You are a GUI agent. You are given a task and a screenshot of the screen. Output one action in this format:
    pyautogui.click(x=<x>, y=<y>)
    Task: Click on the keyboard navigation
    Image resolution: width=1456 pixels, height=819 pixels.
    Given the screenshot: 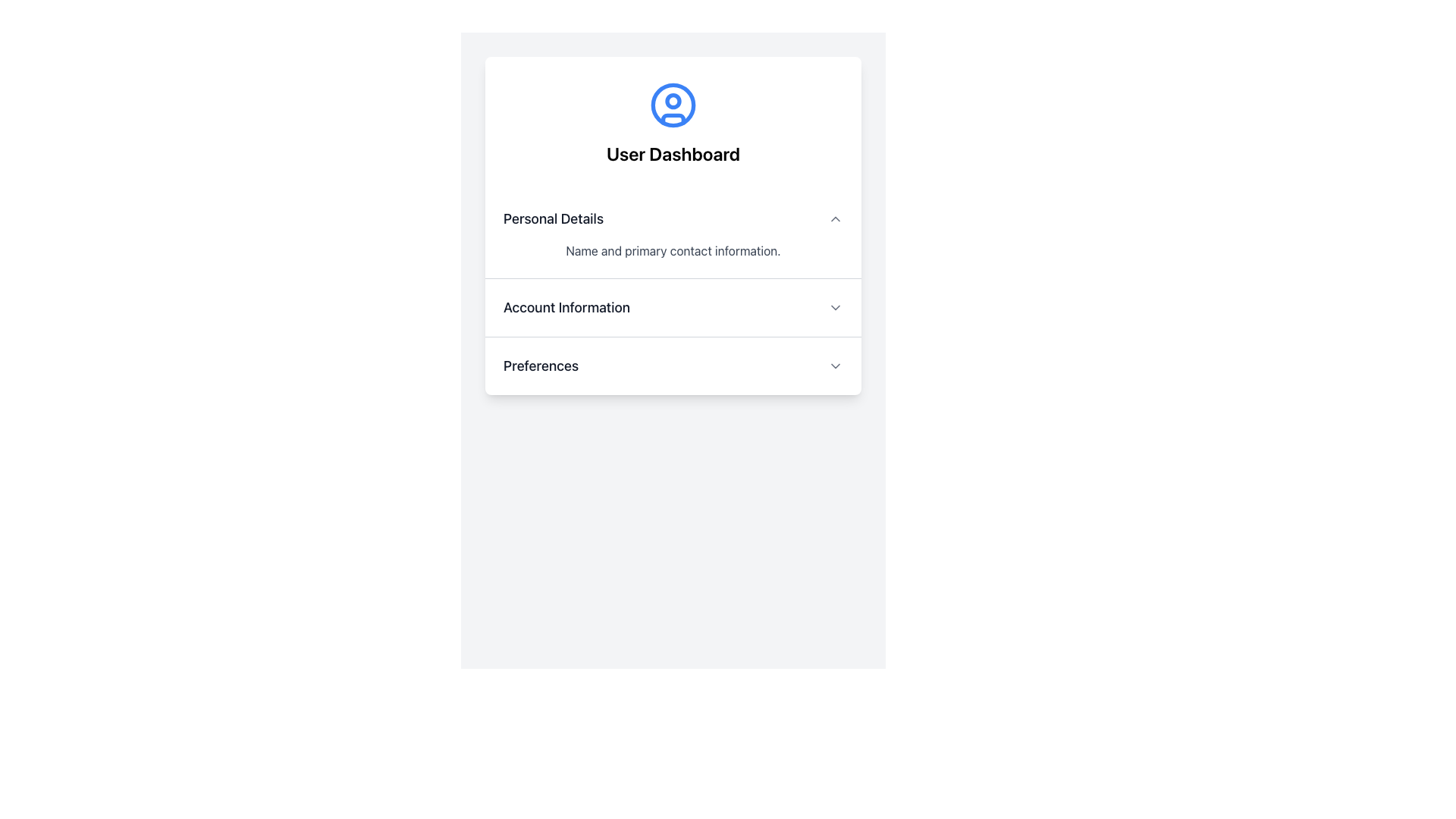 What is the action you would take?
    pyautogui.click(x=835, y=307)
    